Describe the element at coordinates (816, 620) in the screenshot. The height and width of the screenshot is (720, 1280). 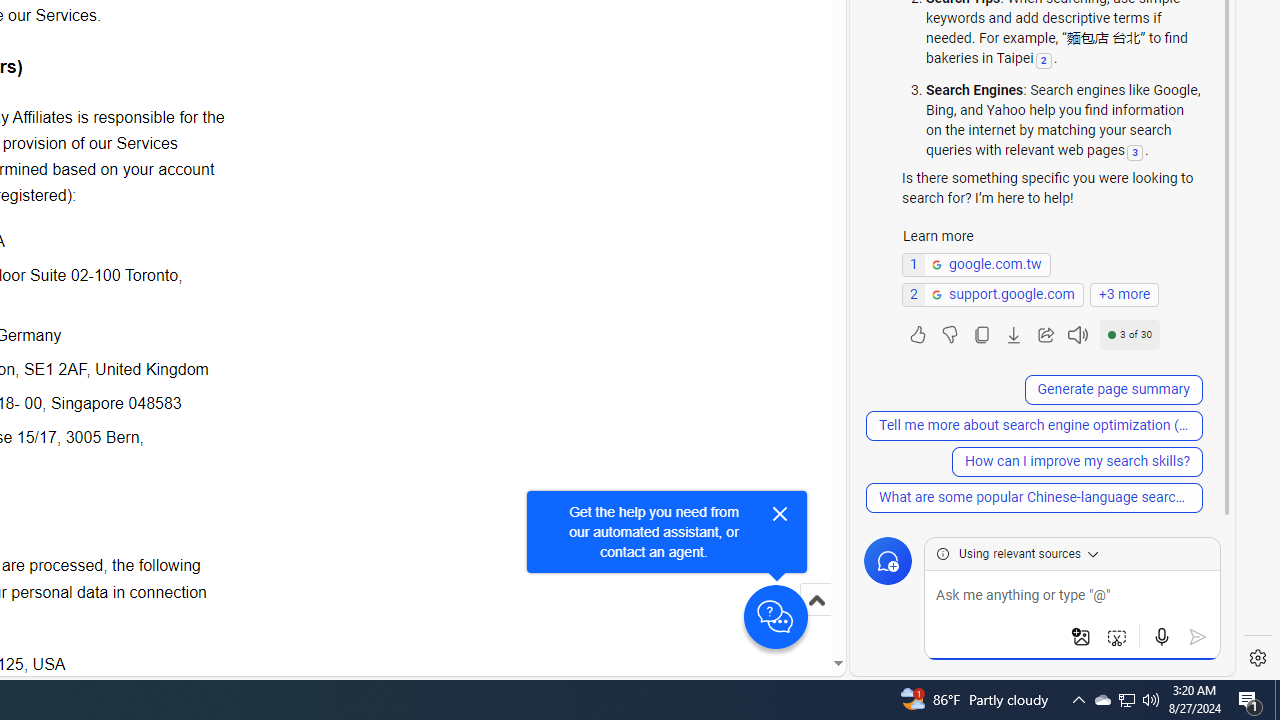
I see `'Scroll to top'` at that location.